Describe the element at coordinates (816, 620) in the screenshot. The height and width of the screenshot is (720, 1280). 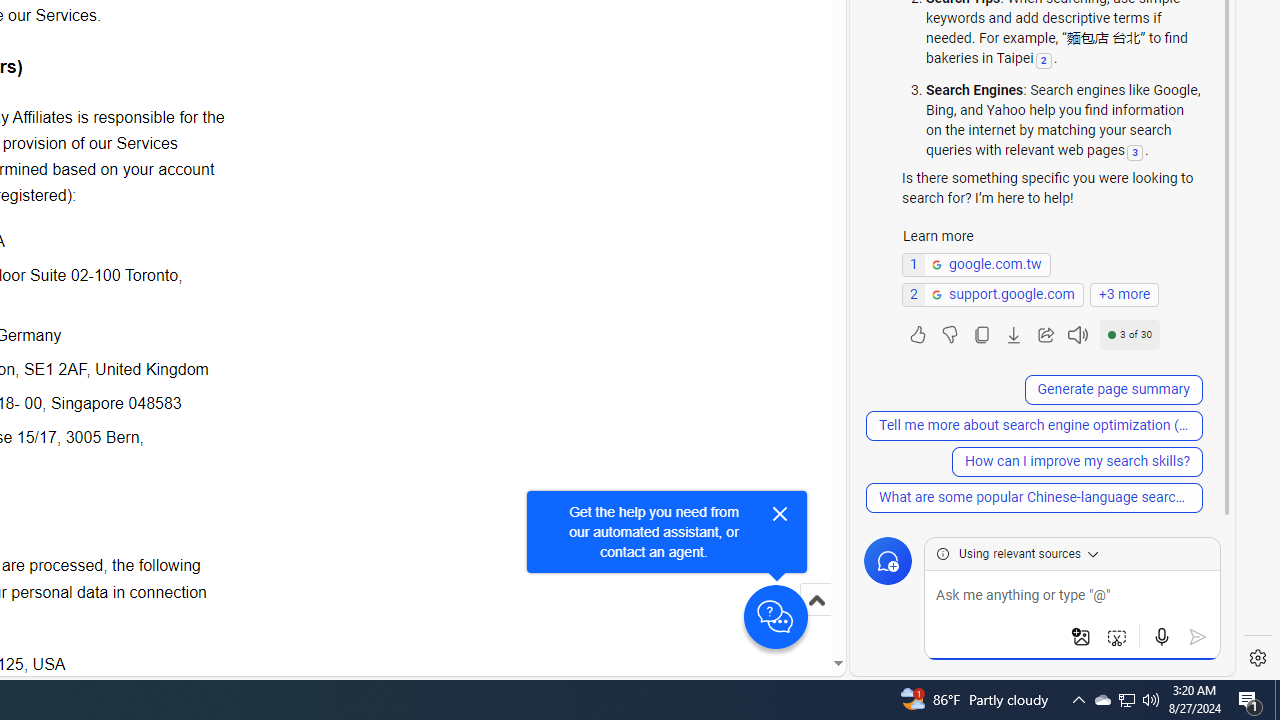
I see `'Scroll to top'` at that location.